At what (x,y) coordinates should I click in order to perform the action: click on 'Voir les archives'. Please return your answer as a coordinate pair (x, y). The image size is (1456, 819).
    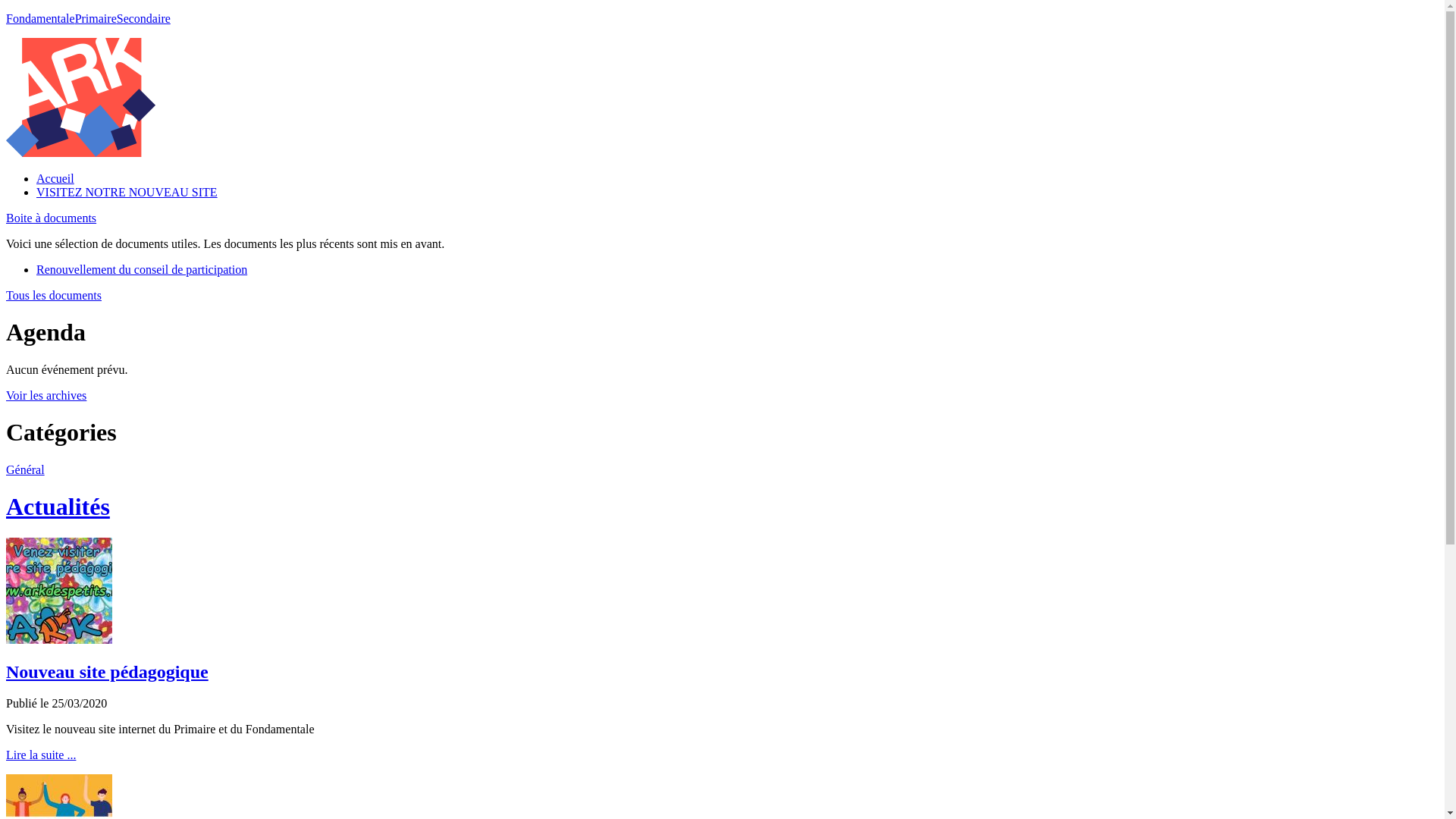
    Looking at the image, I should click on (46, 394).